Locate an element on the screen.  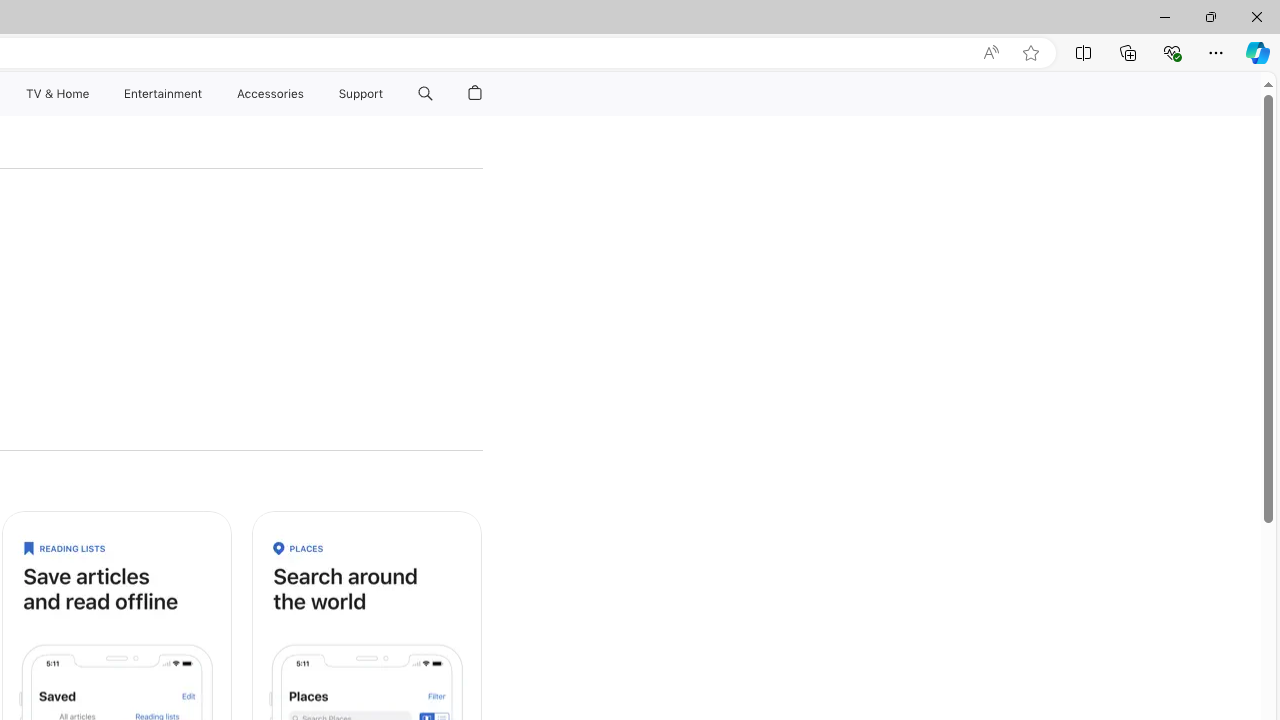
'Search apple.com' is located at coordinates (424, 93).